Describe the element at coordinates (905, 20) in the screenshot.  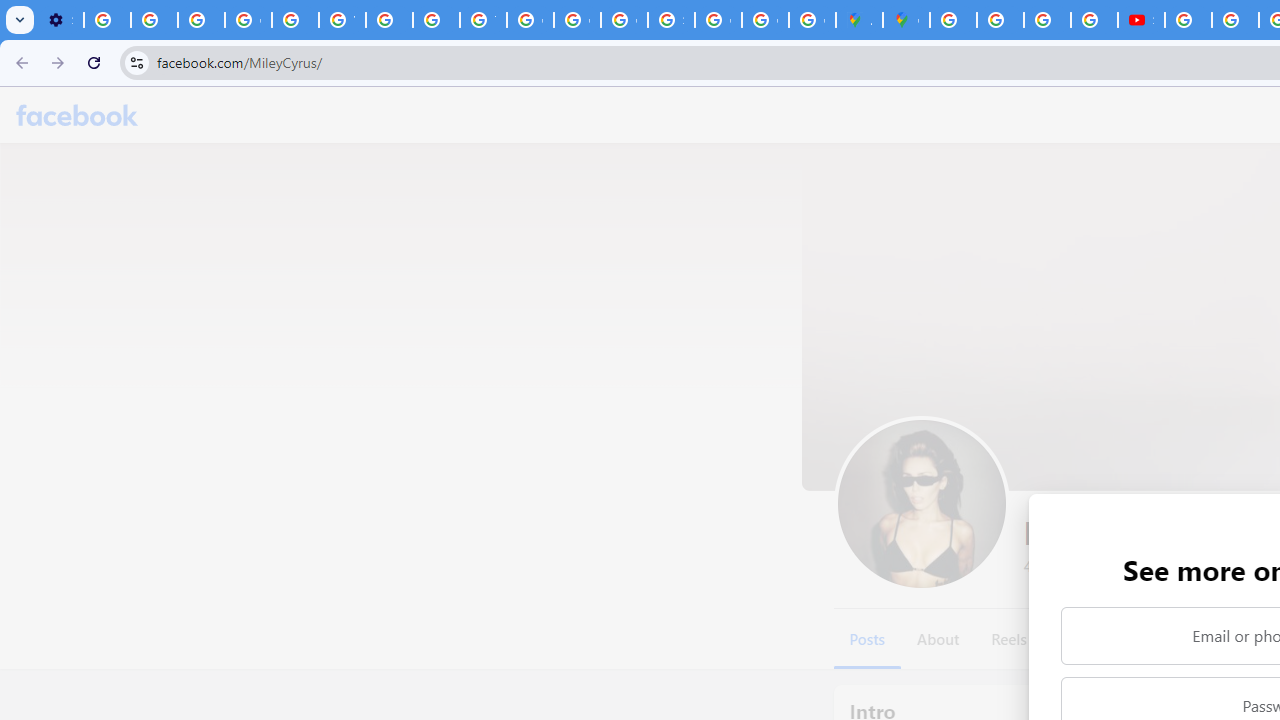
I see `'Google Maps'` at that location.